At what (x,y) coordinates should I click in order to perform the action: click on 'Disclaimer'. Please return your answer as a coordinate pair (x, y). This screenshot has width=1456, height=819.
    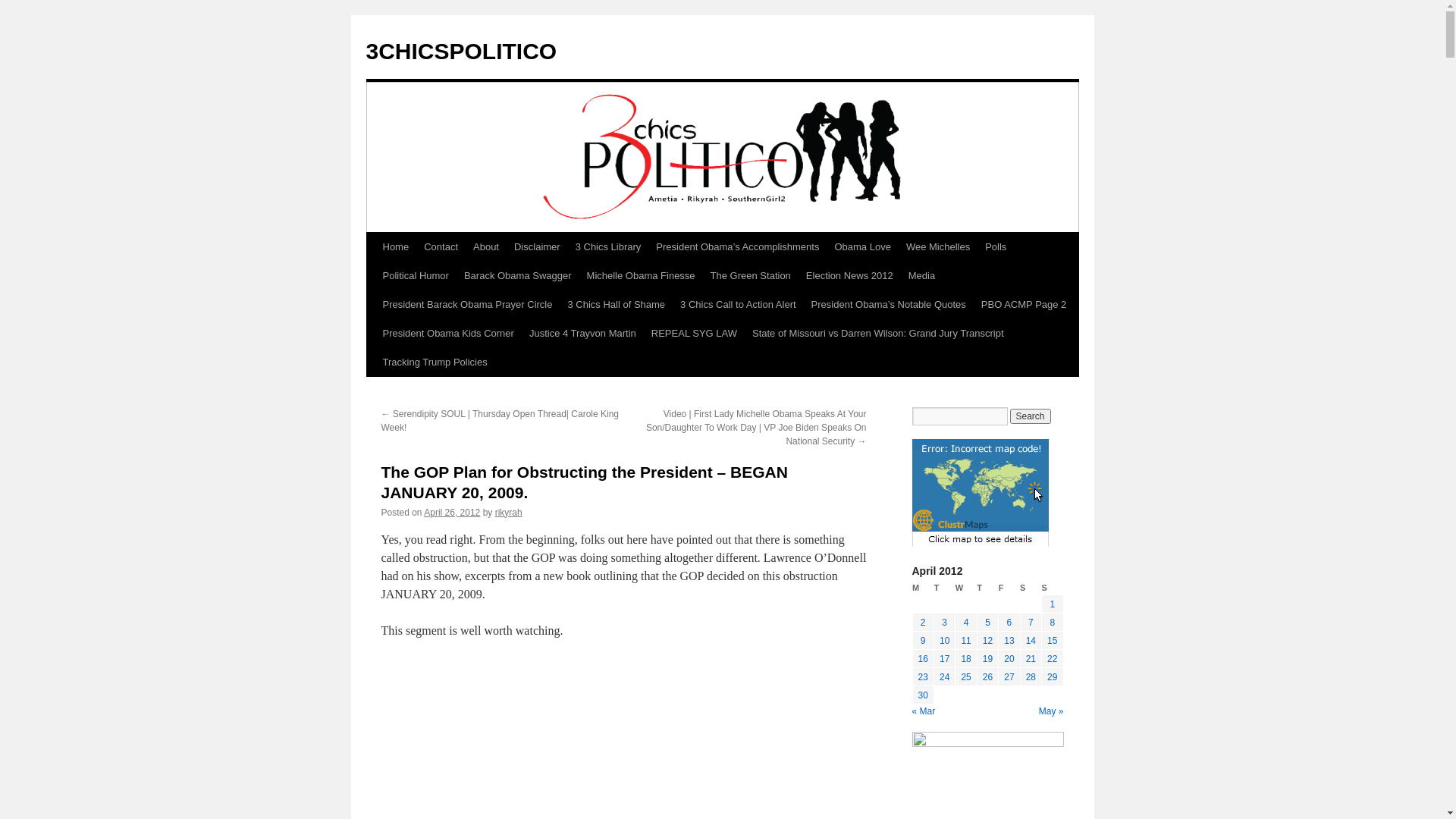
    Looking at the image, I should click on (537, 246).